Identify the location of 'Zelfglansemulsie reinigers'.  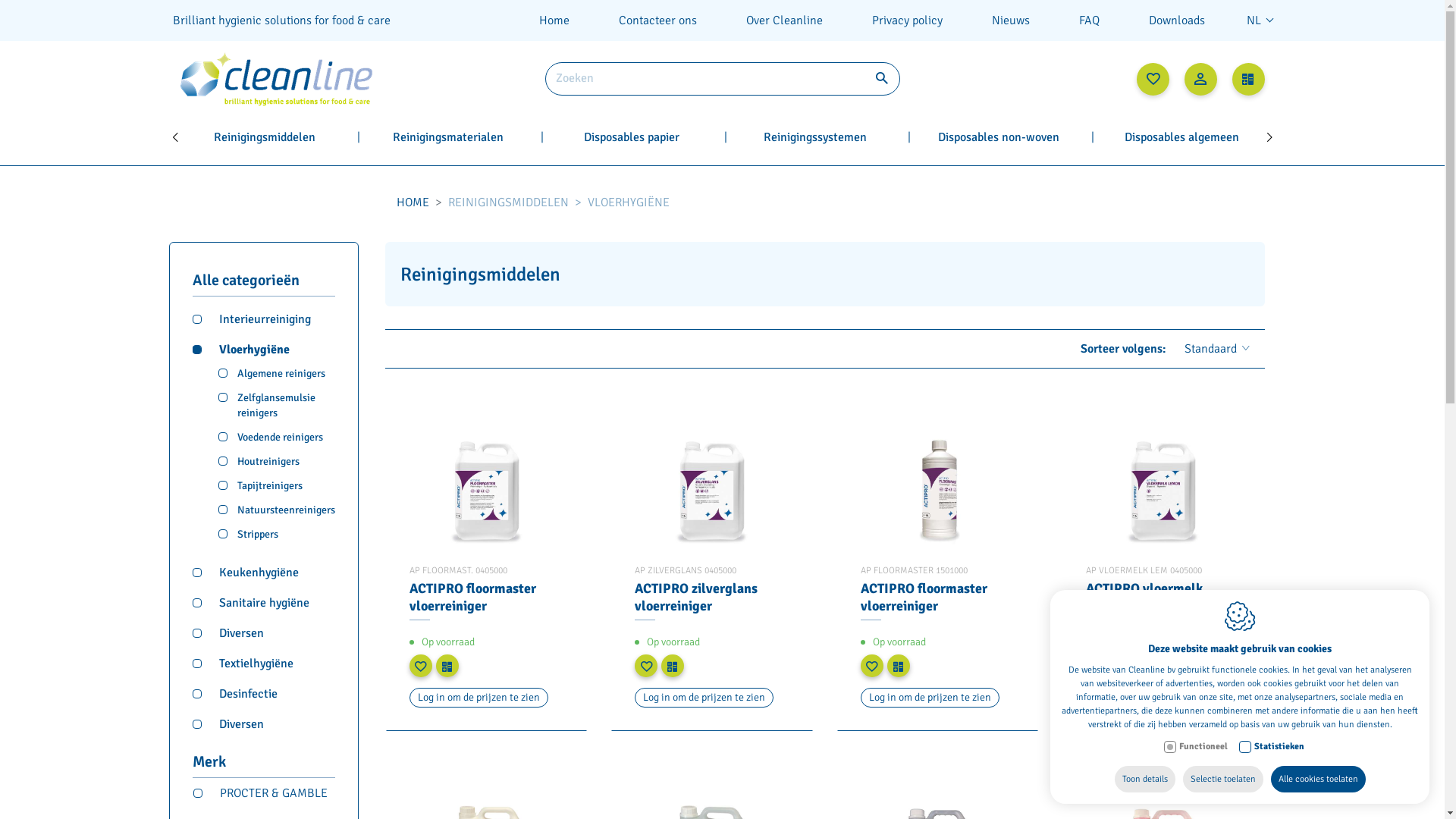
(218, 400).